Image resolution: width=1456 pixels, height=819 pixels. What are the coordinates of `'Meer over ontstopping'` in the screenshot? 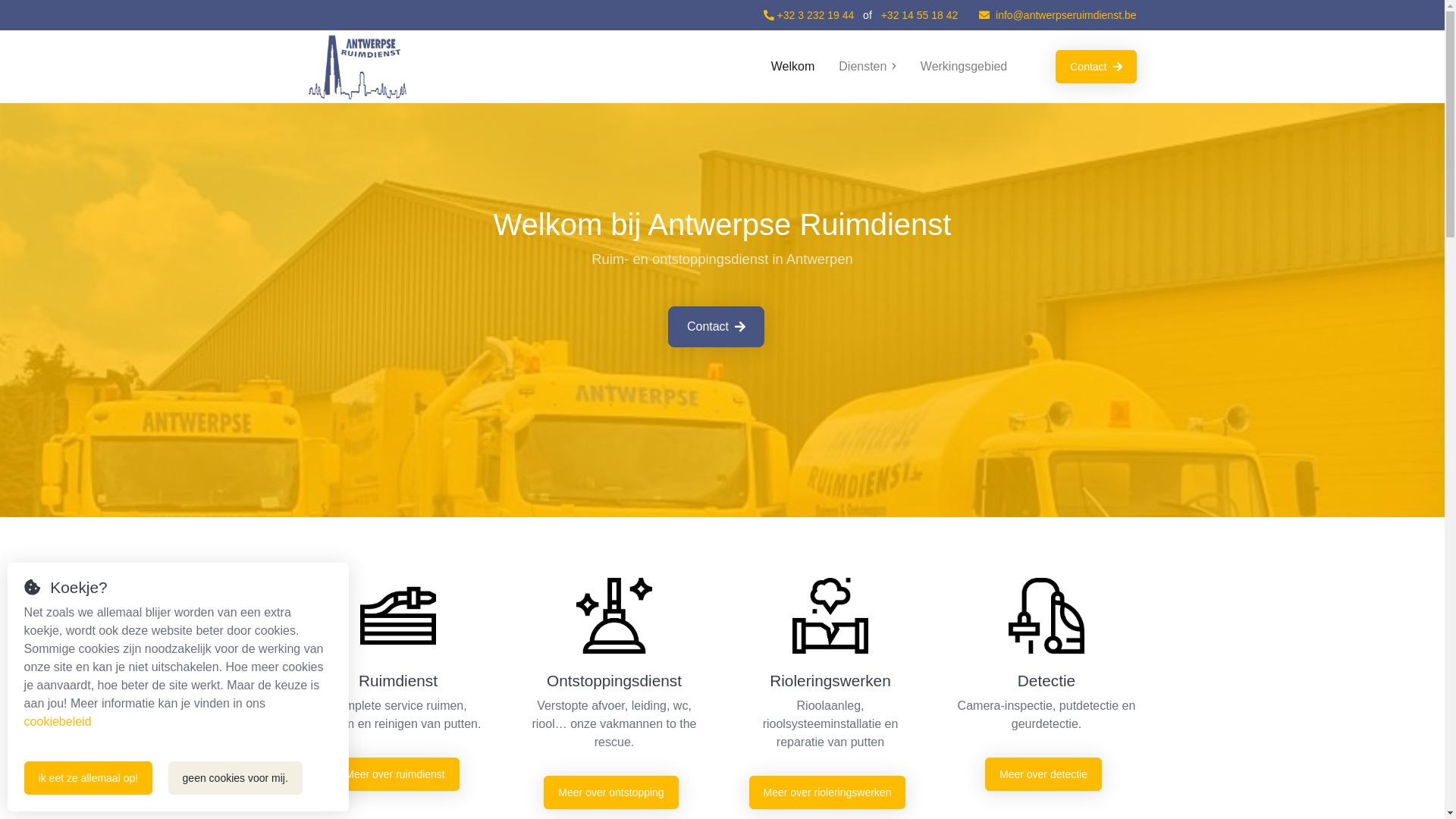 It's located at (543, 792).